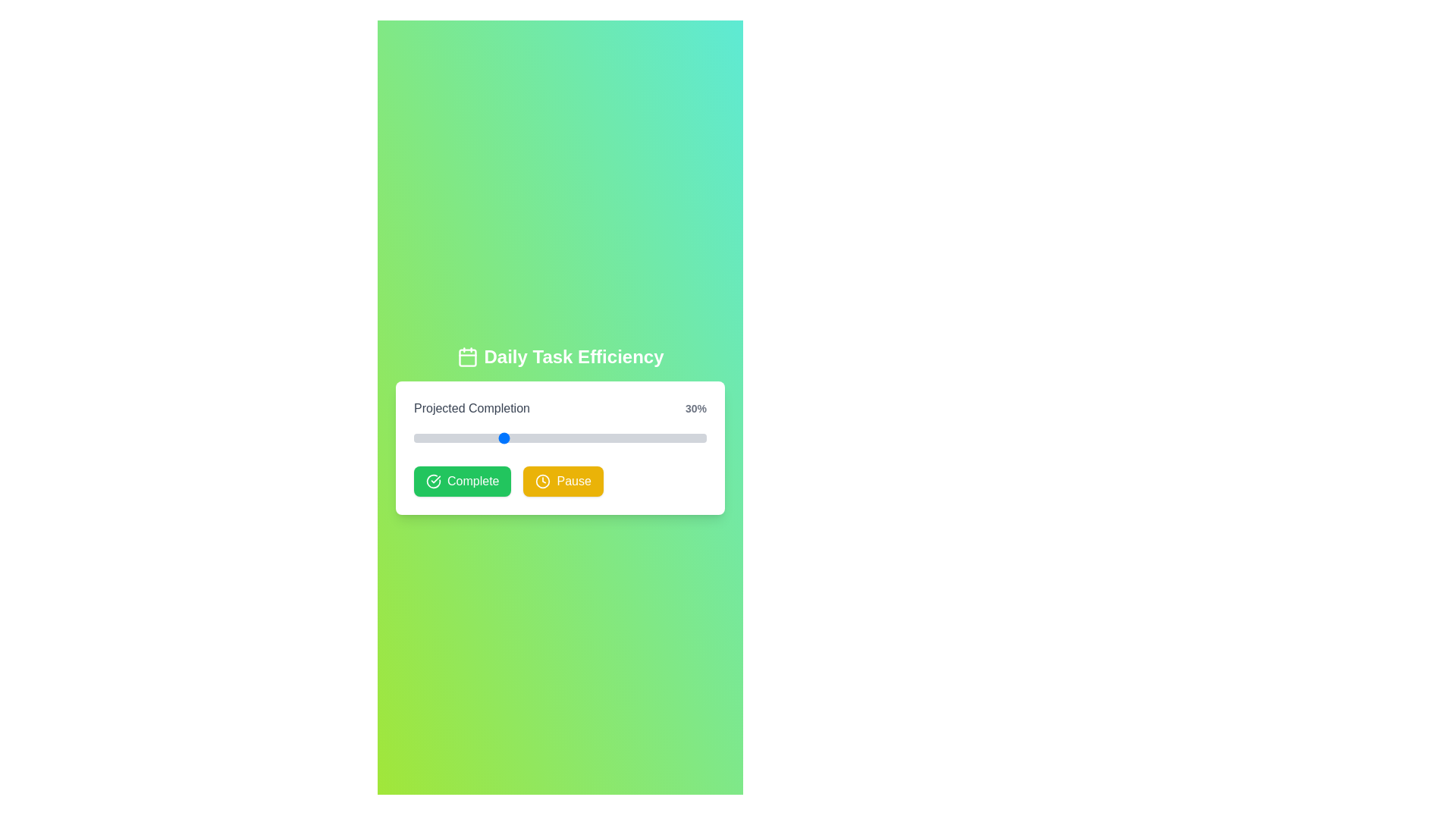 This screenshot has width=1456, height=819. I want to click on the slider to set the progress to 63%, so click(598, 438).